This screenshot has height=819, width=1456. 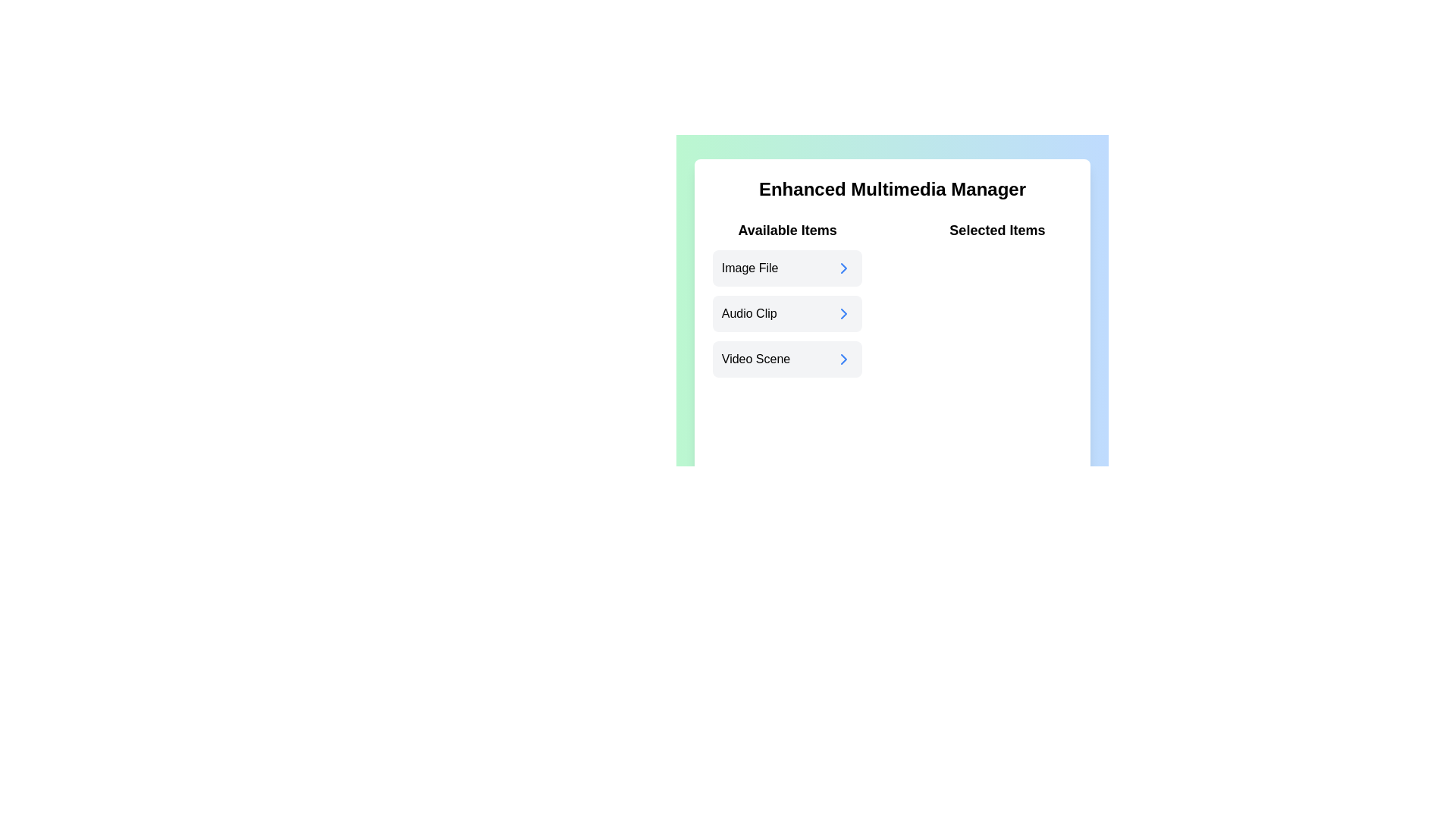 I want to click on the list item labeled 'Audio Clip' in the vertical list under 'Available Items', so click(x=787, y=298).